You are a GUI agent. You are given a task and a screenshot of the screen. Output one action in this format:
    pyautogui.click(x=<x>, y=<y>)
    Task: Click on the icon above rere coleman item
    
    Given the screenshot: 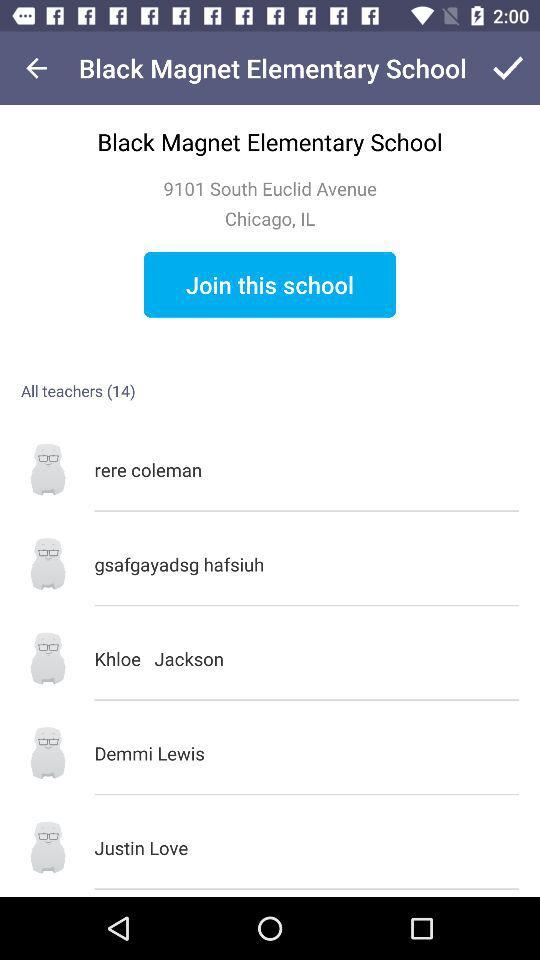 What is the action you would take?
    pyautogui.click(x=270, y=283)
    